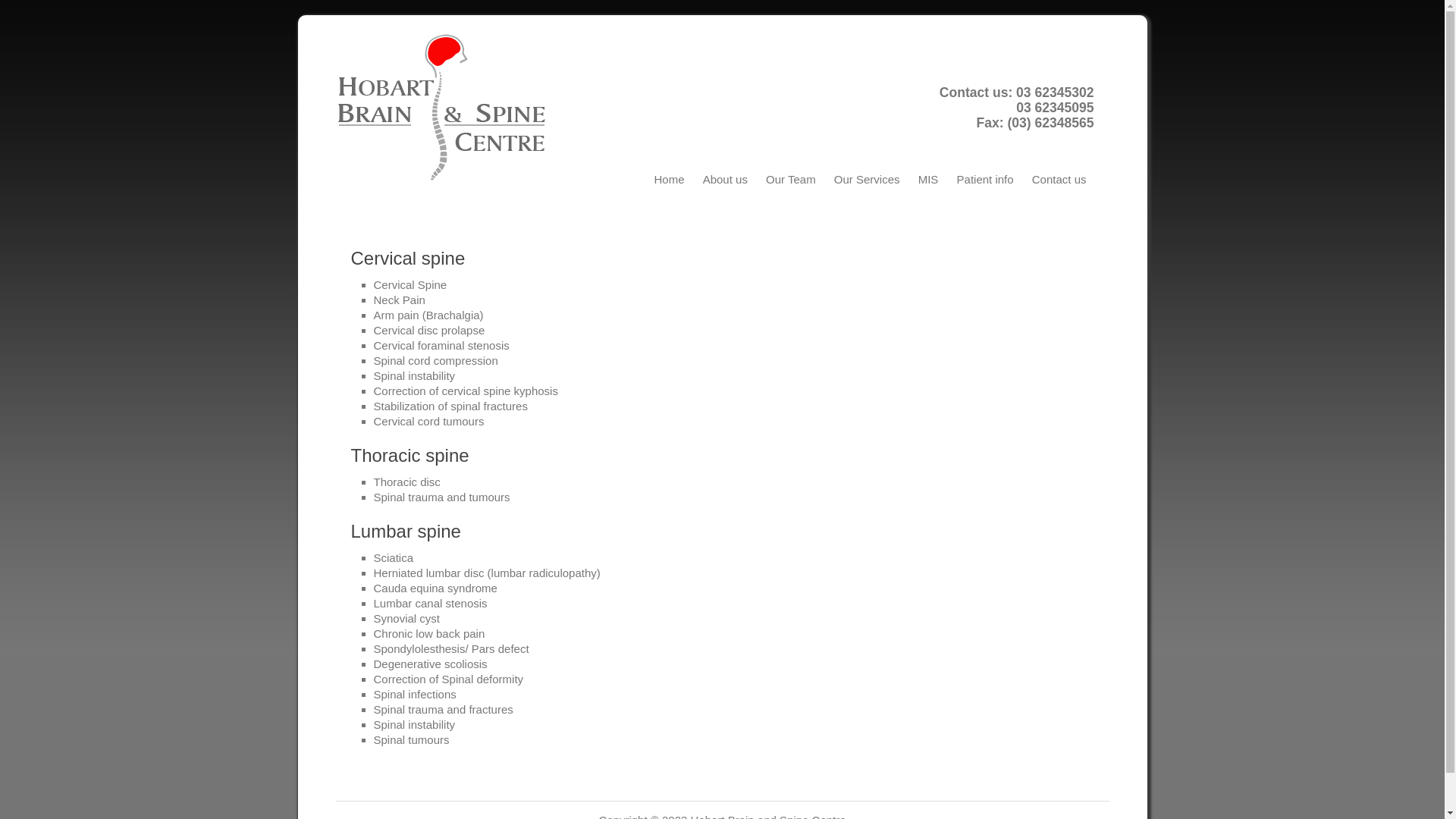 The height and width of the screenshot is (819, 1456). What do you see at coordinates (927, 178) in the screenshot?
I see `'MIS'` at bounding box center [927, 178].